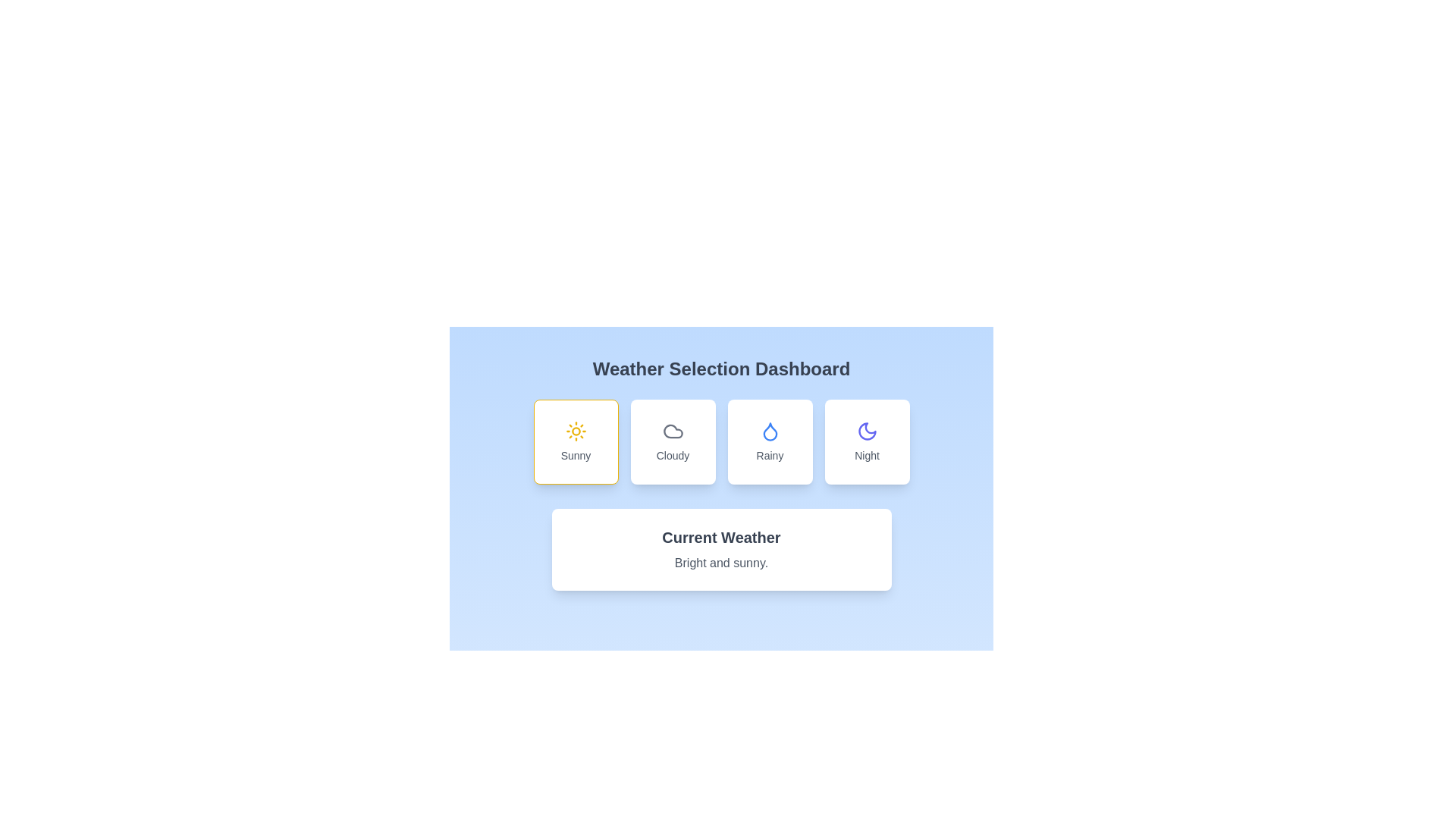 This screenshot has width=1456, height=819. I want to click on the 'Rainy' button, which is a square card with a blue droplet icon and the text 'Rainy', positioned between the 'Cloudy' and 'Night' cards in the Weather Selection Dashboard, so click(770, 441).